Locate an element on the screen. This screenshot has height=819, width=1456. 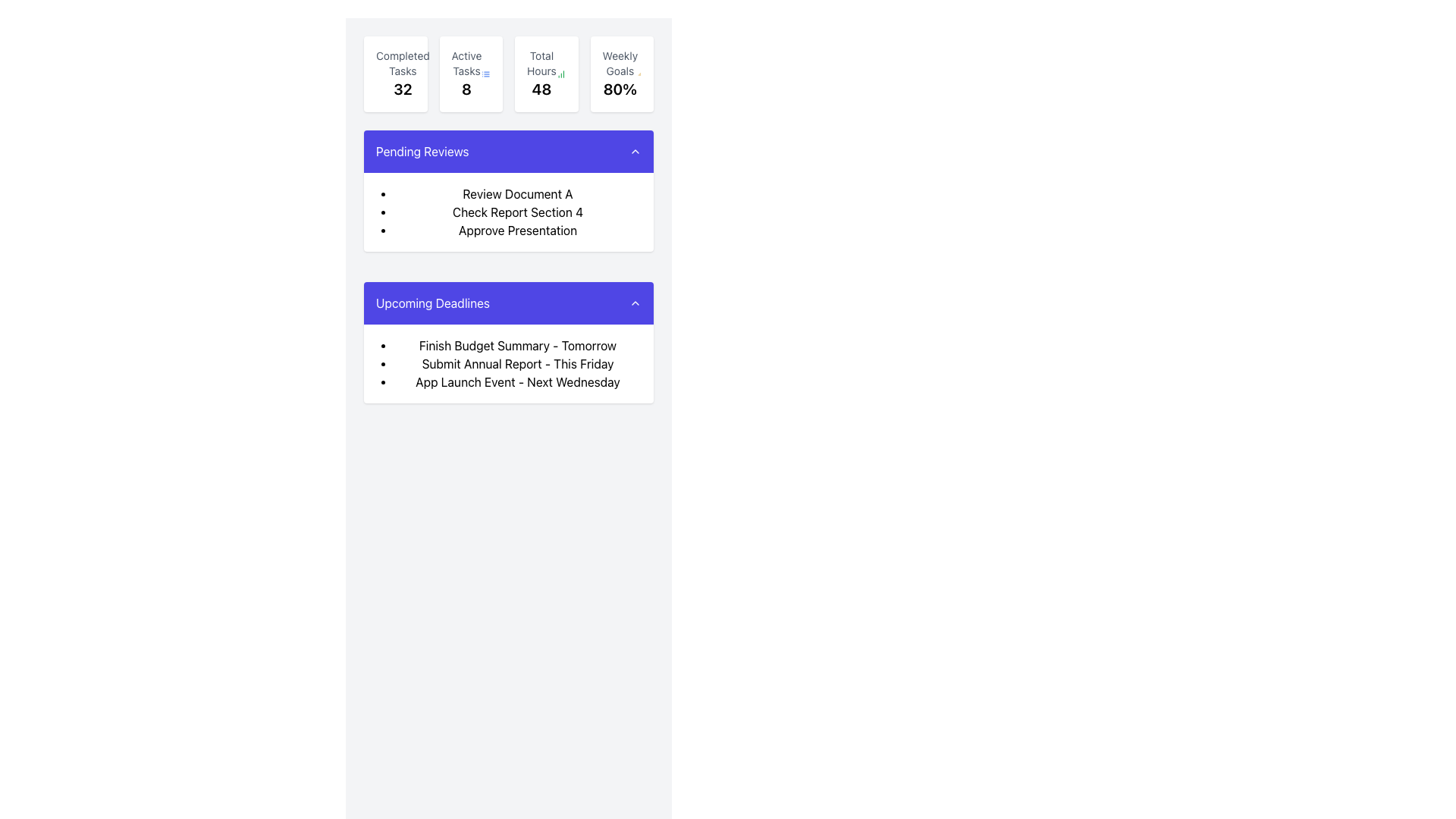
the upward-pointing chevron-shaped icon located within the indigo header labeled 'Upcoming Deadlines' is located at coordinates (635, 303).